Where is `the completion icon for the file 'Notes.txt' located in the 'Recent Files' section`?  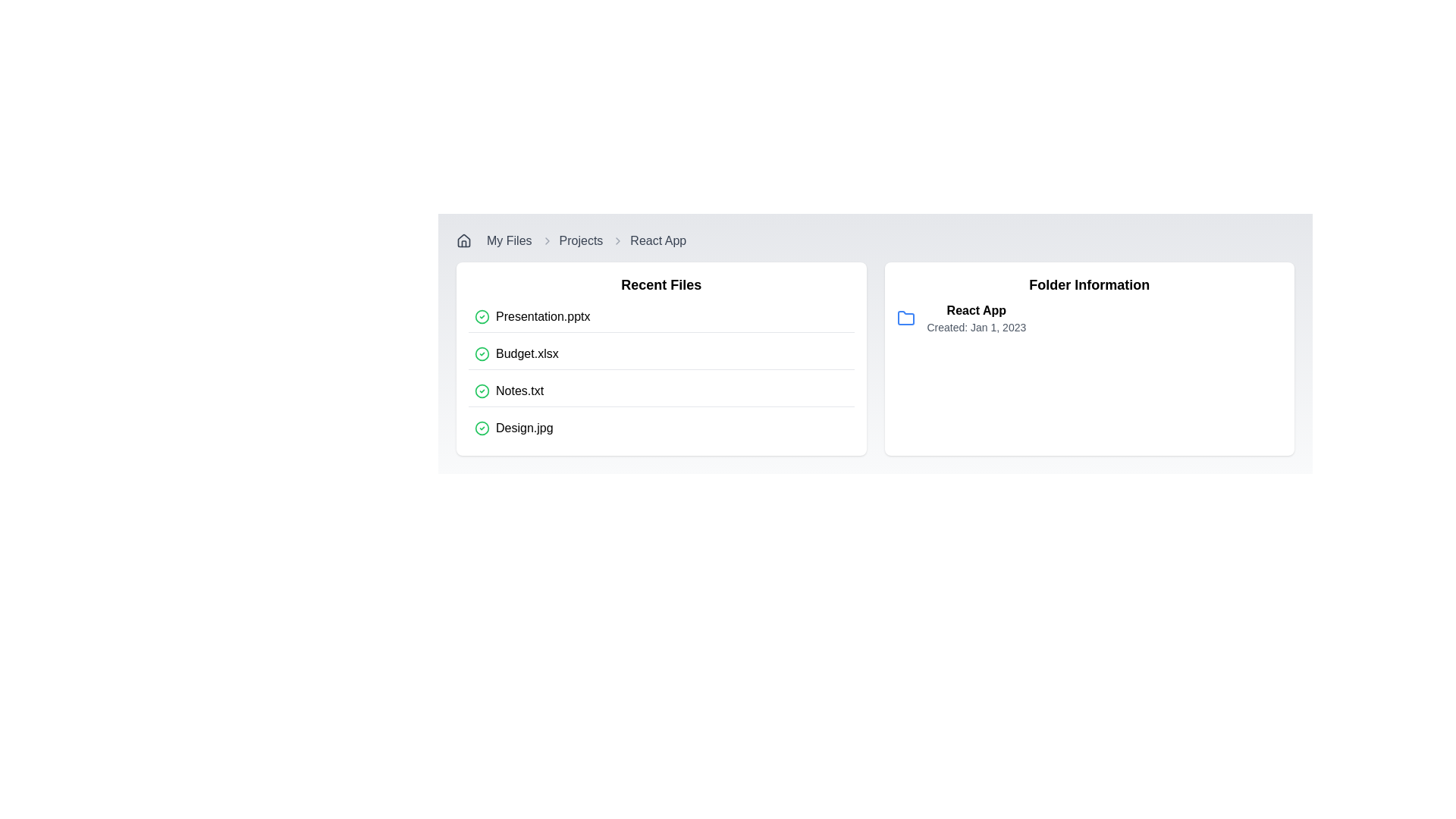 the completion icon for the file 'Notes.txt' located in the 'Recent Files' section is located at coordinates (481, 391).